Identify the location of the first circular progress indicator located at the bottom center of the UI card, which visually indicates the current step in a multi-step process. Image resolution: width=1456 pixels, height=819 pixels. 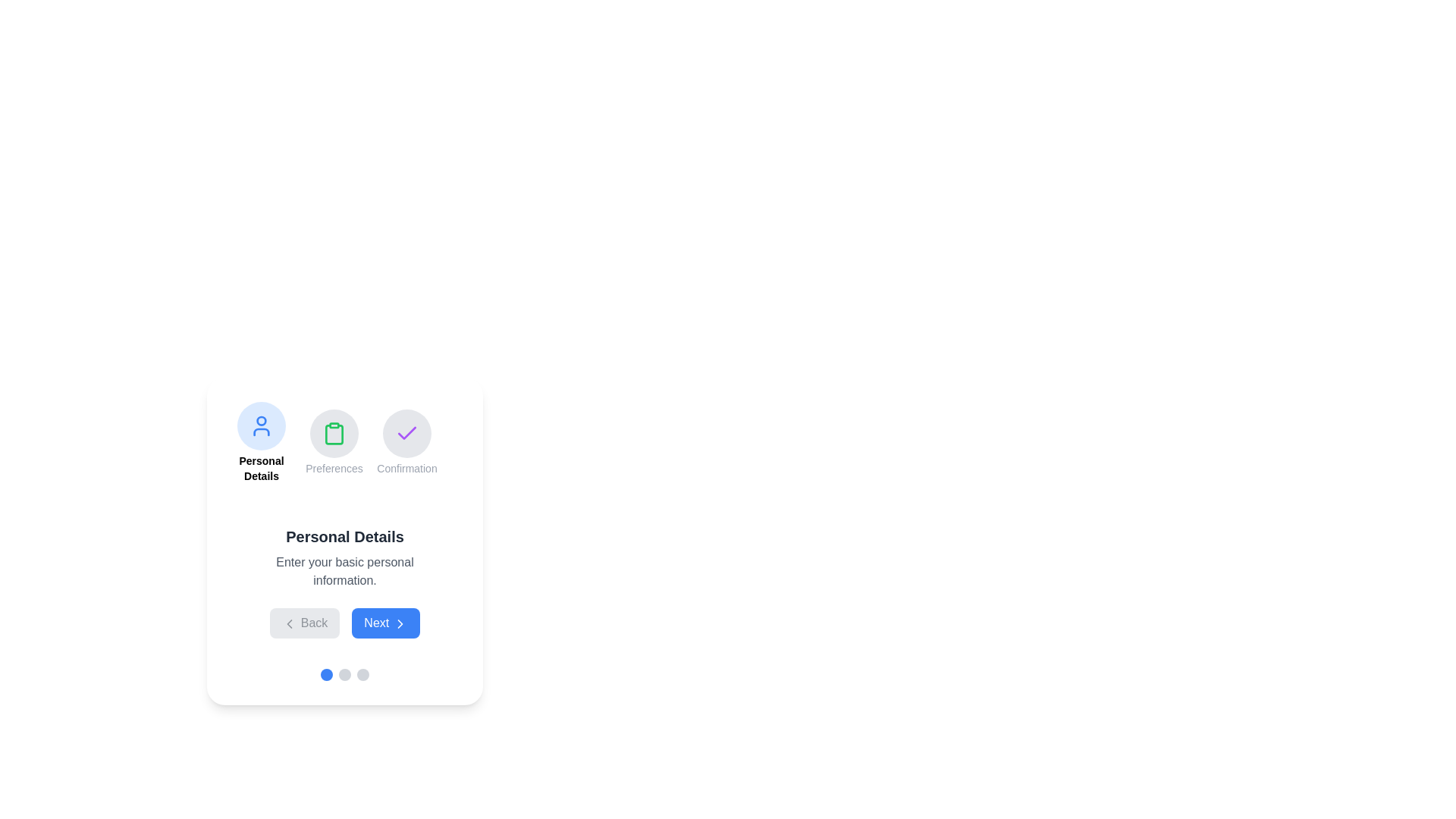
(326, 674).